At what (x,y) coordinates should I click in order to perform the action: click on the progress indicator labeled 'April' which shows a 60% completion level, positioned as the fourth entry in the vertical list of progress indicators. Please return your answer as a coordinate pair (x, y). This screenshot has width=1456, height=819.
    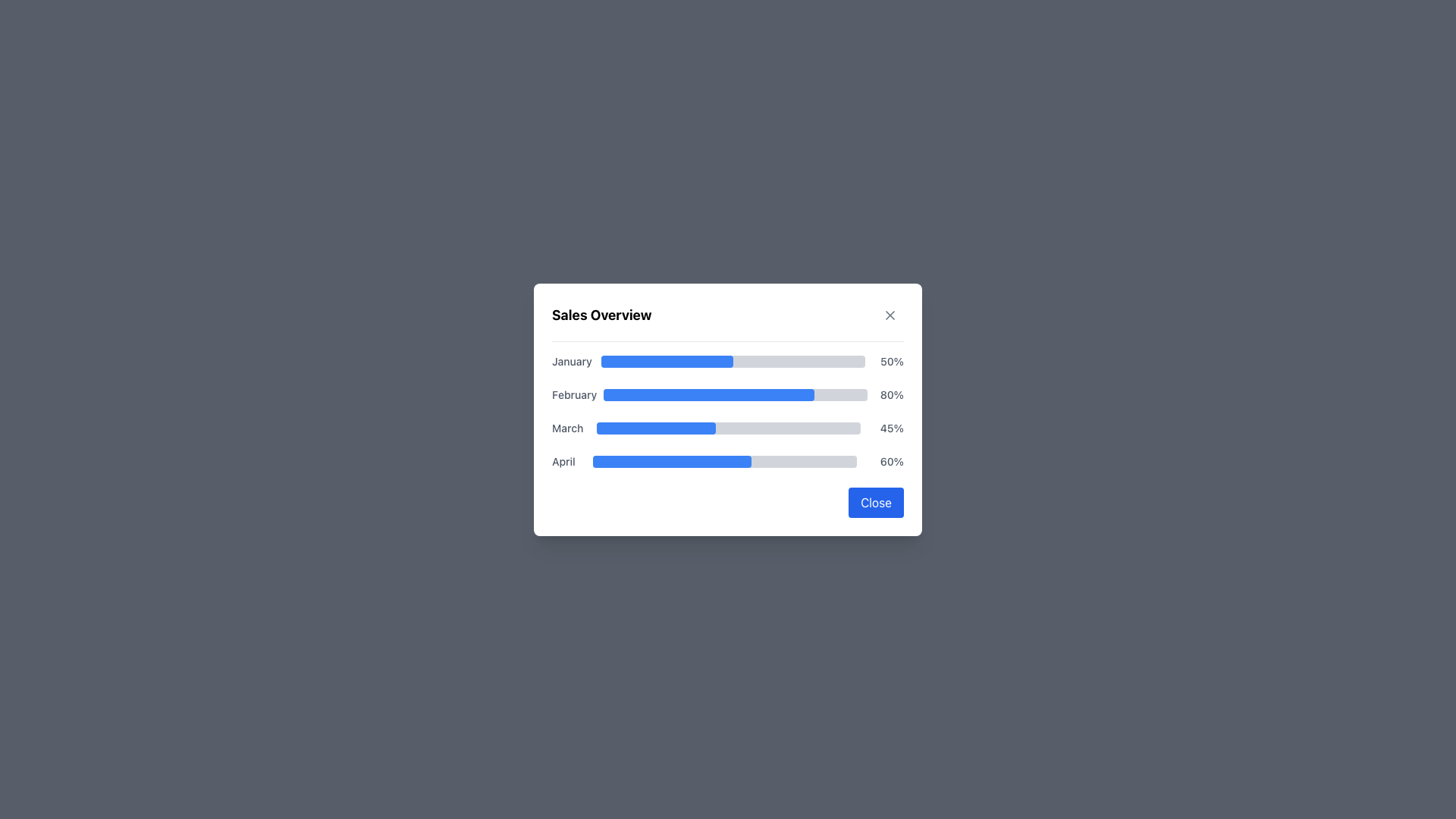
    Looking at the image, I should click on (728, 460).